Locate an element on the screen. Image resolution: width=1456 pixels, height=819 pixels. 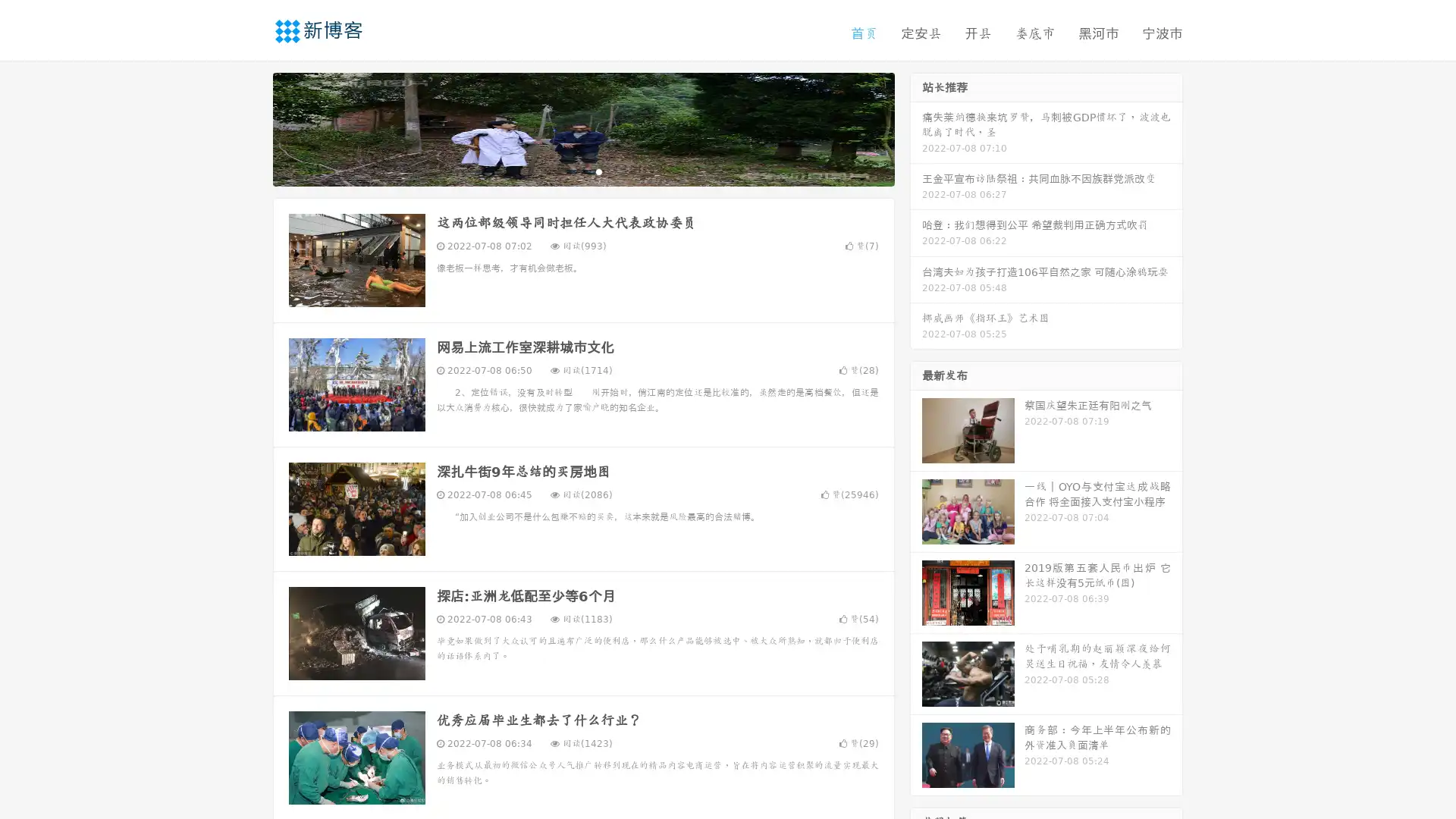
Go to slide 1 is located at coordinates (567, 171).